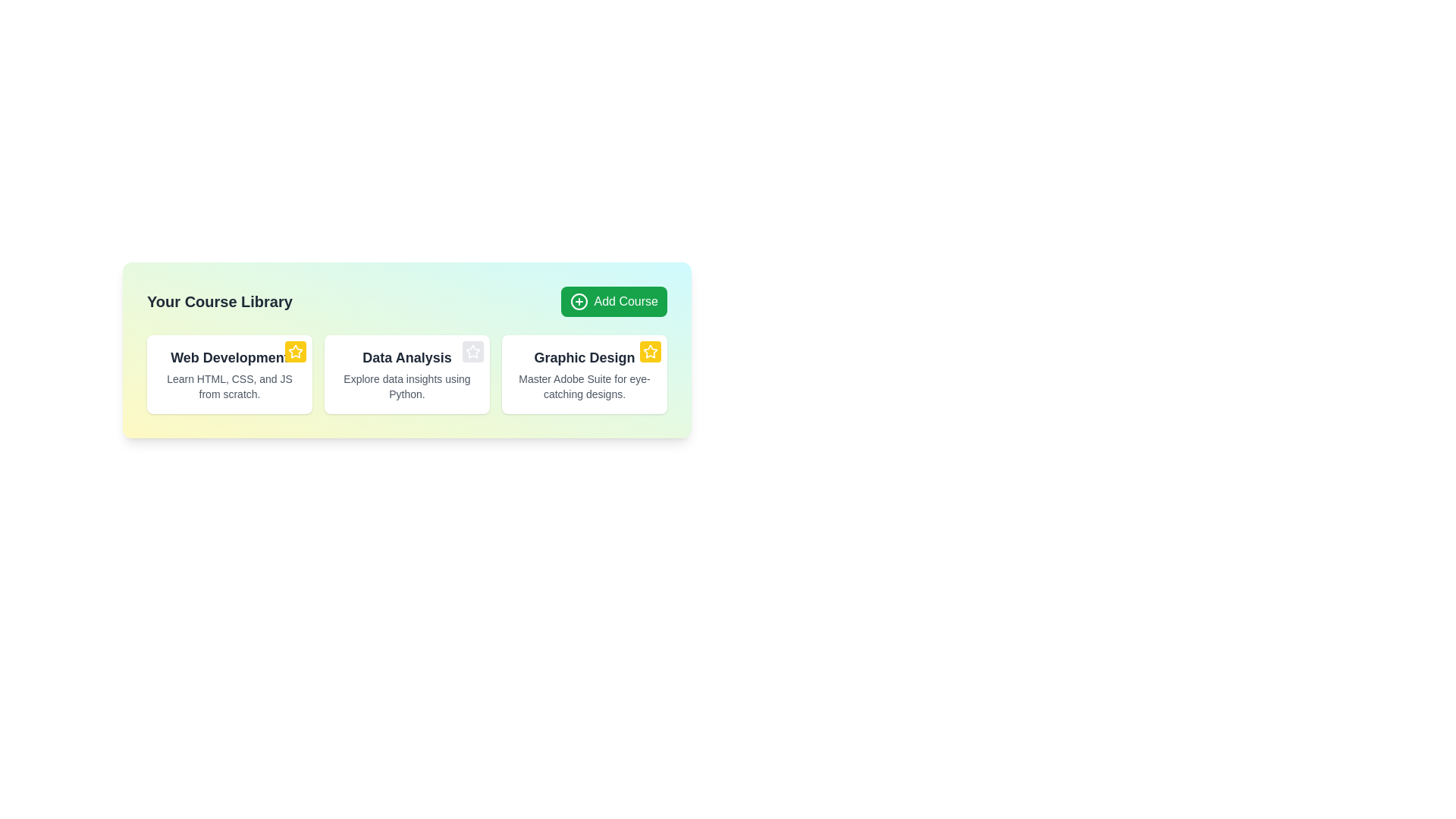 The height and width of the screenshot is (819, 1456). I want to click on bold title text labeled 'Data Analysis' that is centrally positioned within the second card of a group of three cards, so click(407, 357).